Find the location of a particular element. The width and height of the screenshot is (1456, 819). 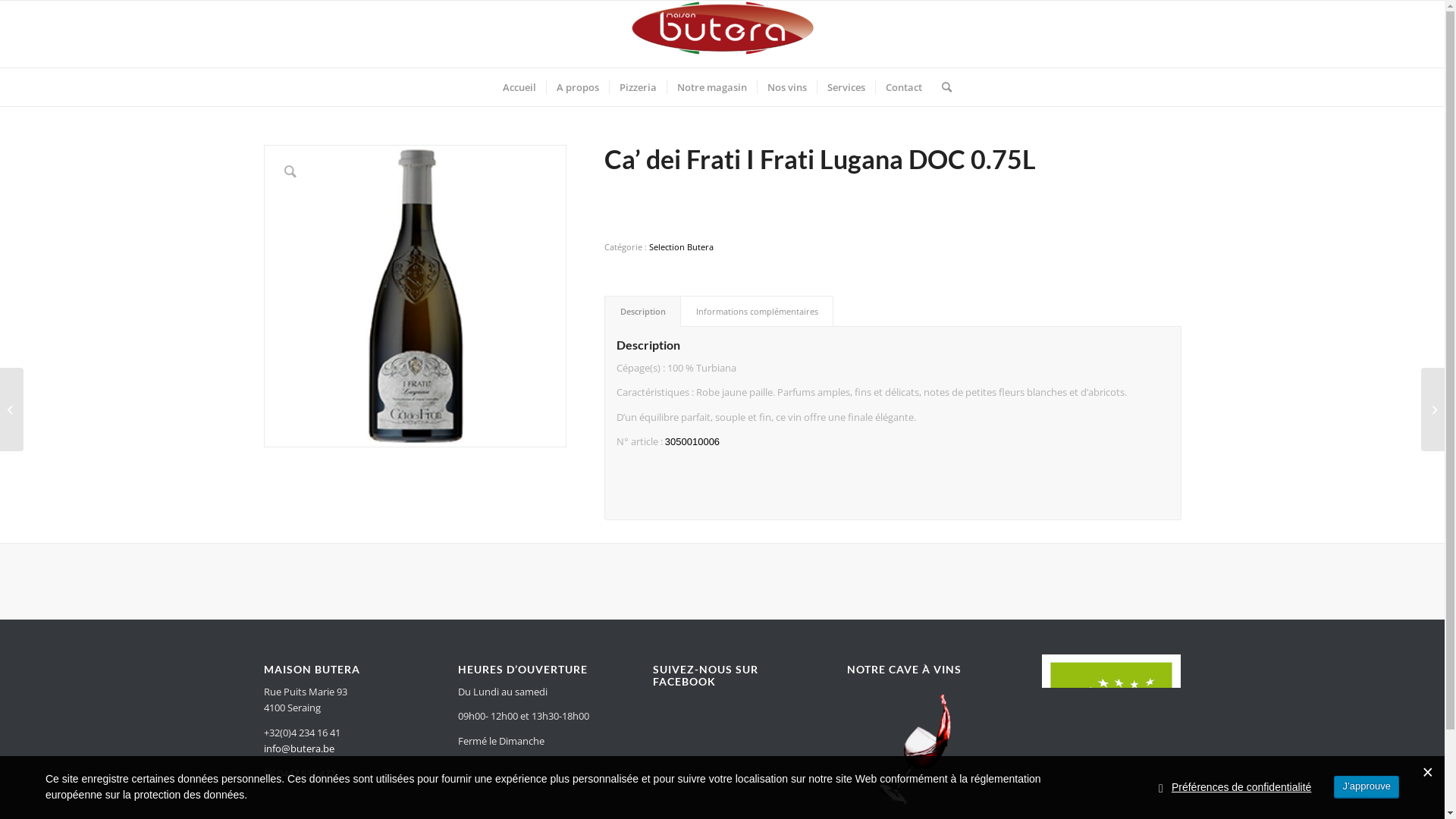

'Selection Butera' is located at coordinates (680, 246).